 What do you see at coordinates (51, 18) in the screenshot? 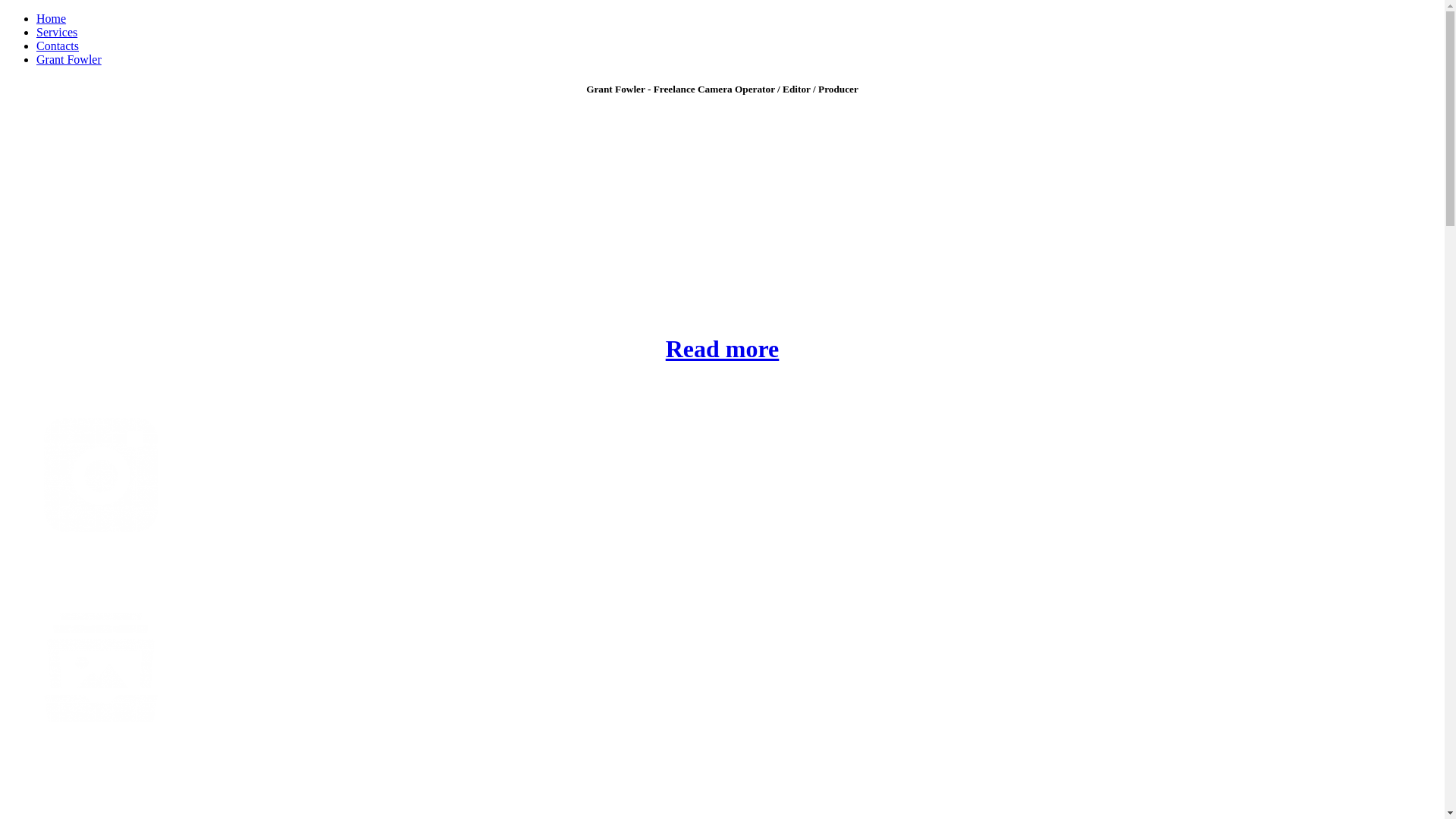
I see `'Home'` at bounding box center [51, 18].